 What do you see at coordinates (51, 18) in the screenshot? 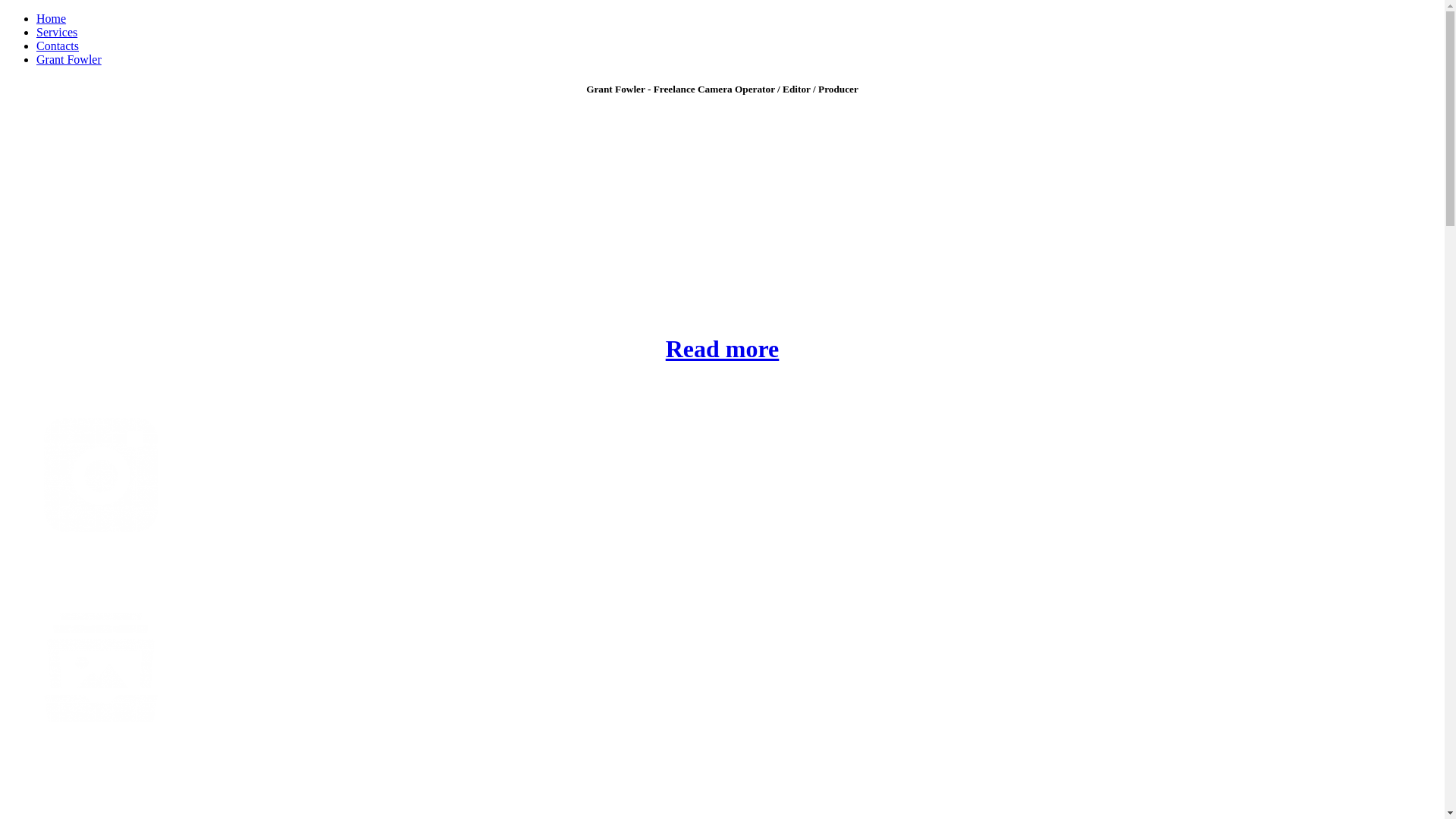
I see `'Home'` at bounding box center [51, 18].